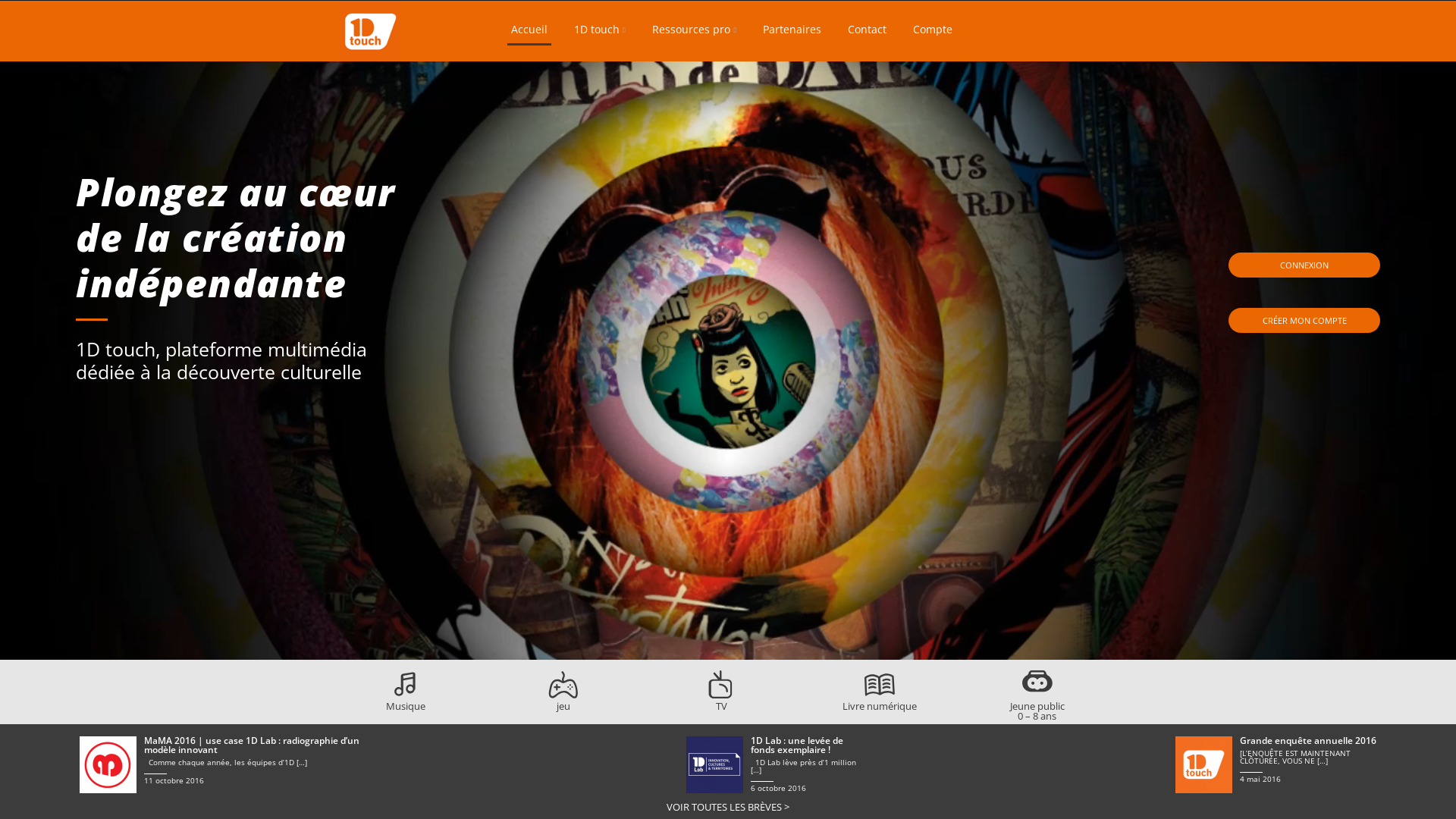 The height and width of the screenshot is (819, 1456). Describe the element at coordinates (705, 701) in the screenshot. I see `'TV'` at that location.